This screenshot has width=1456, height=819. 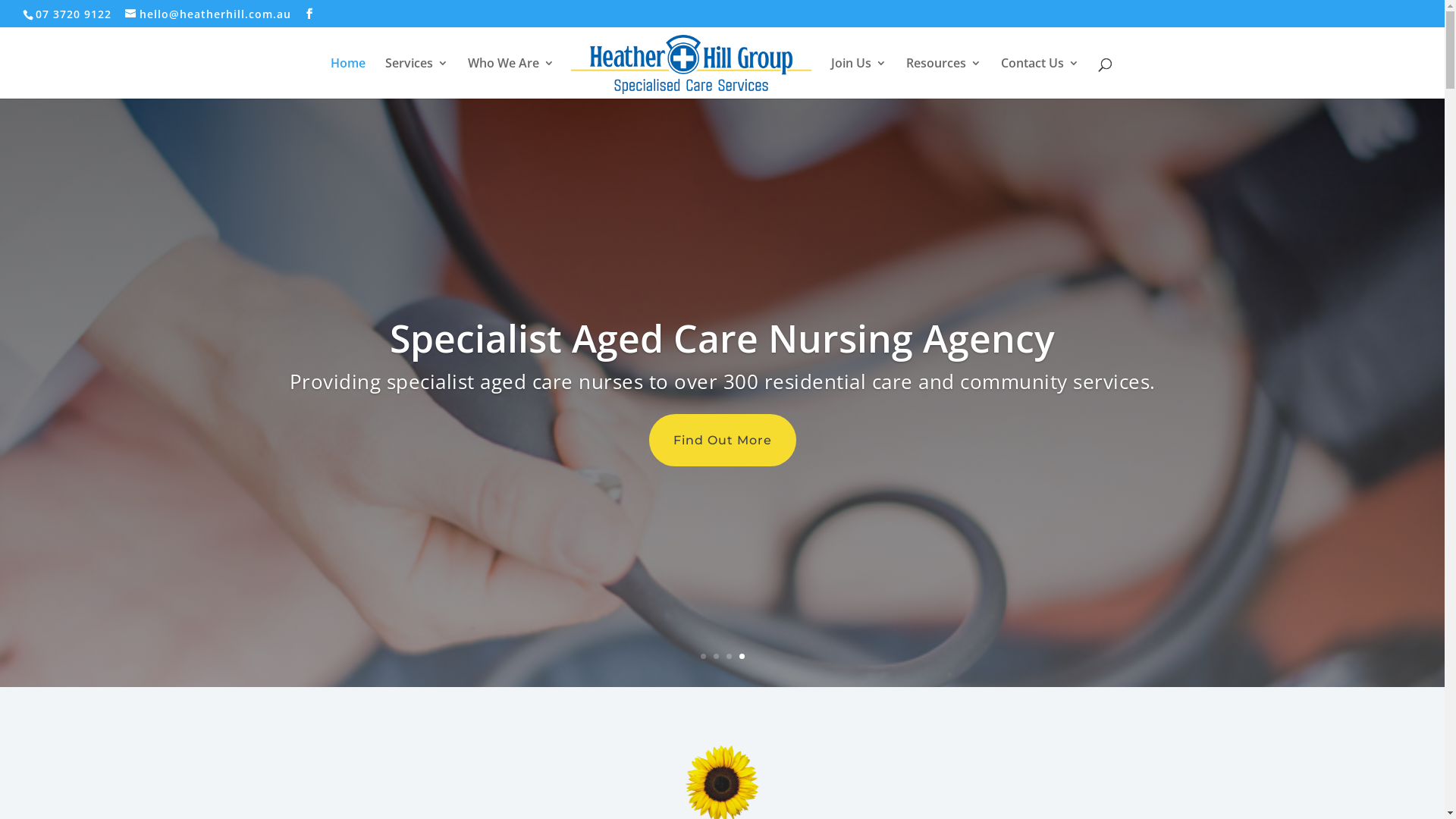 What do you see at coordinates (858, 78) in the screenshot?
I see `'Join Us'` at bounding box center [858, 78].